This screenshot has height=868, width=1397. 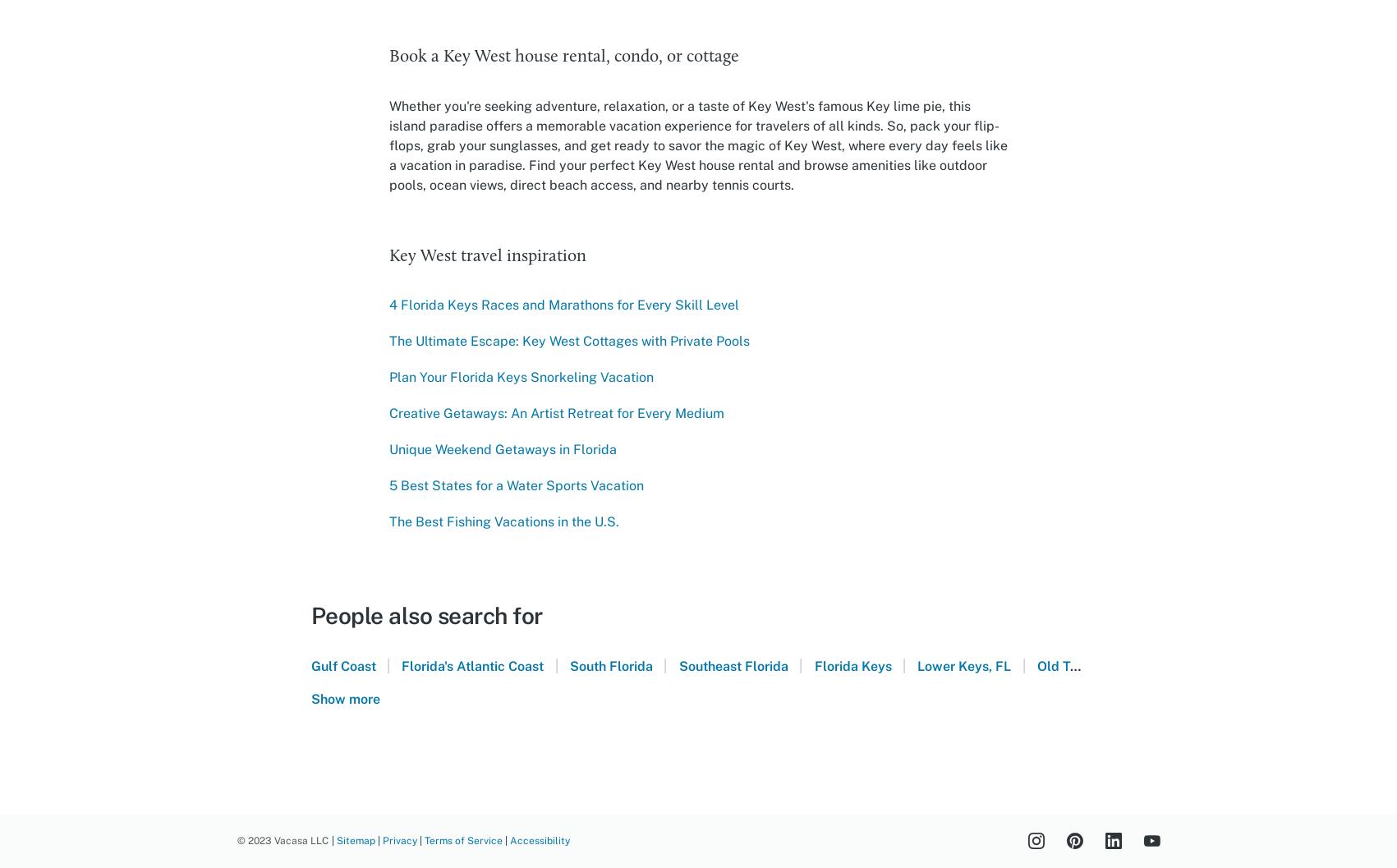 What do you see at coordinates (388, 485) in the screenshot?
I see `'5 Best States for a Water Sports Vacation'` at bounding box center [388, 485].